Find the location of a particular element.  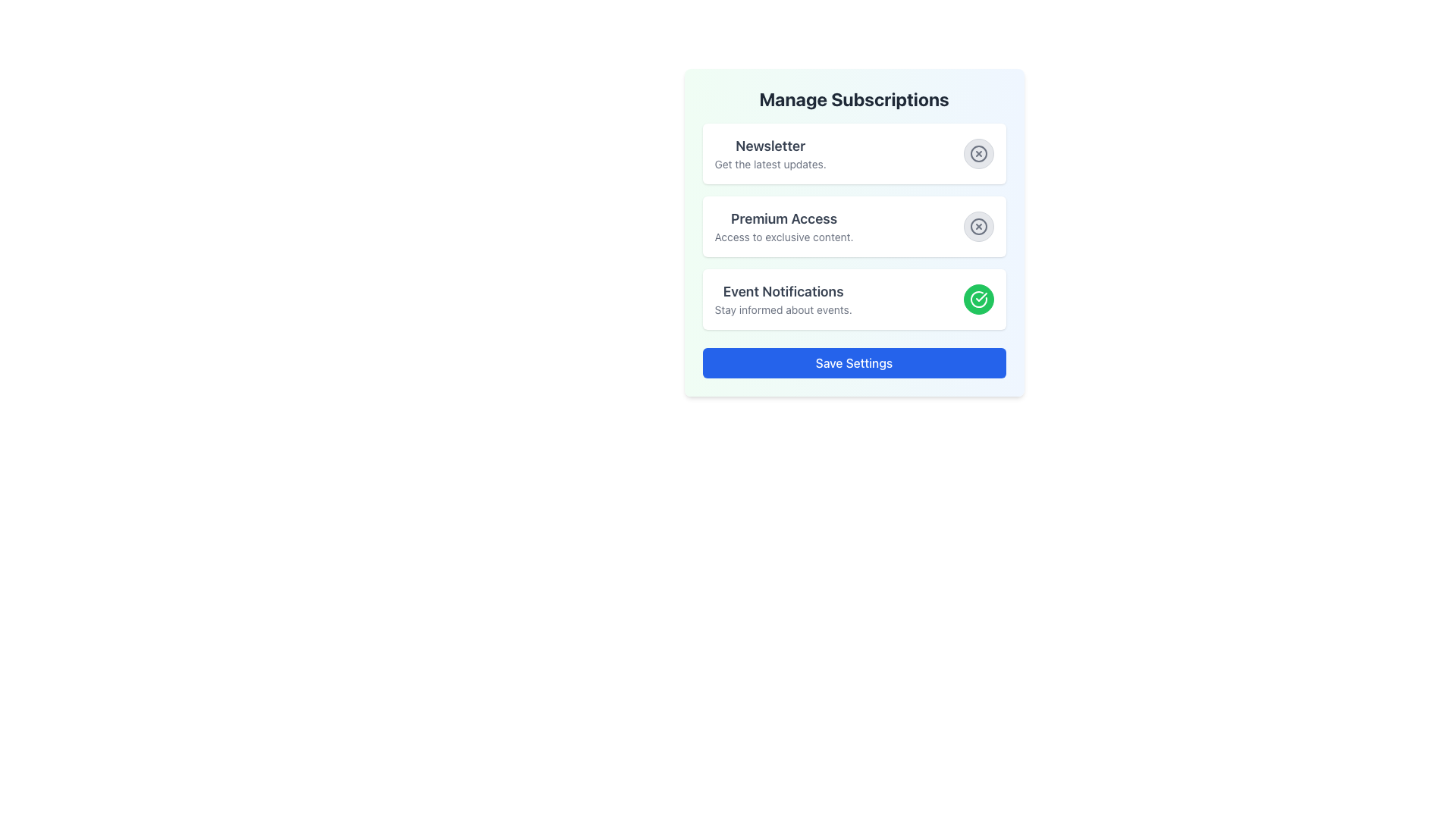

the button in the upper-right corner of the 'Newsletter' subscription card, which serves to deselect or close the newsletter feature is located at coordinates (978, 154).